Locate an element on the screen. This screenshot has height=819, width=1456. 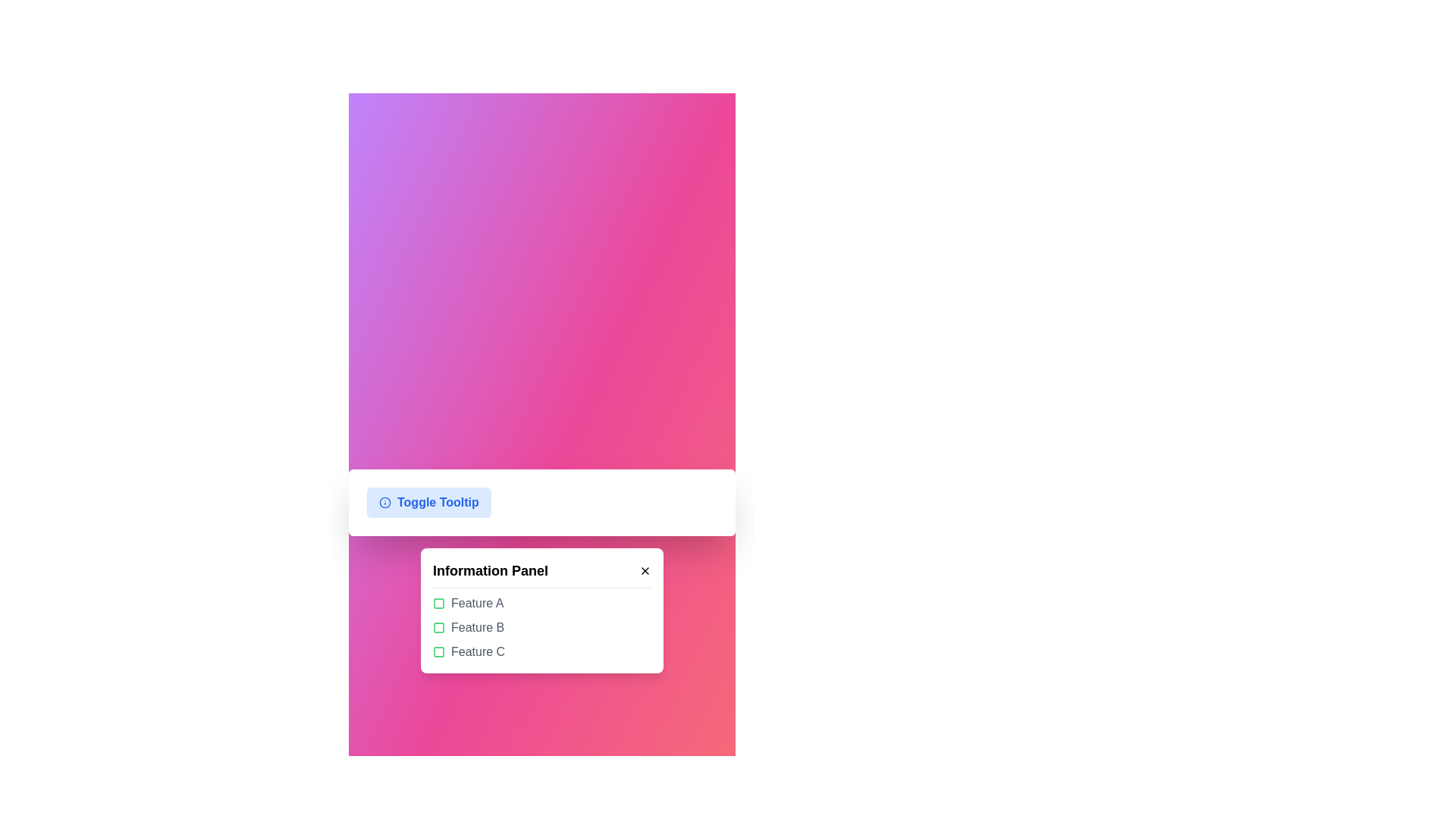
the text label that serves as an identifier for the associated checkbox in the Information Panel, positioned as the first item in the list is located at coordinates (476, 602).